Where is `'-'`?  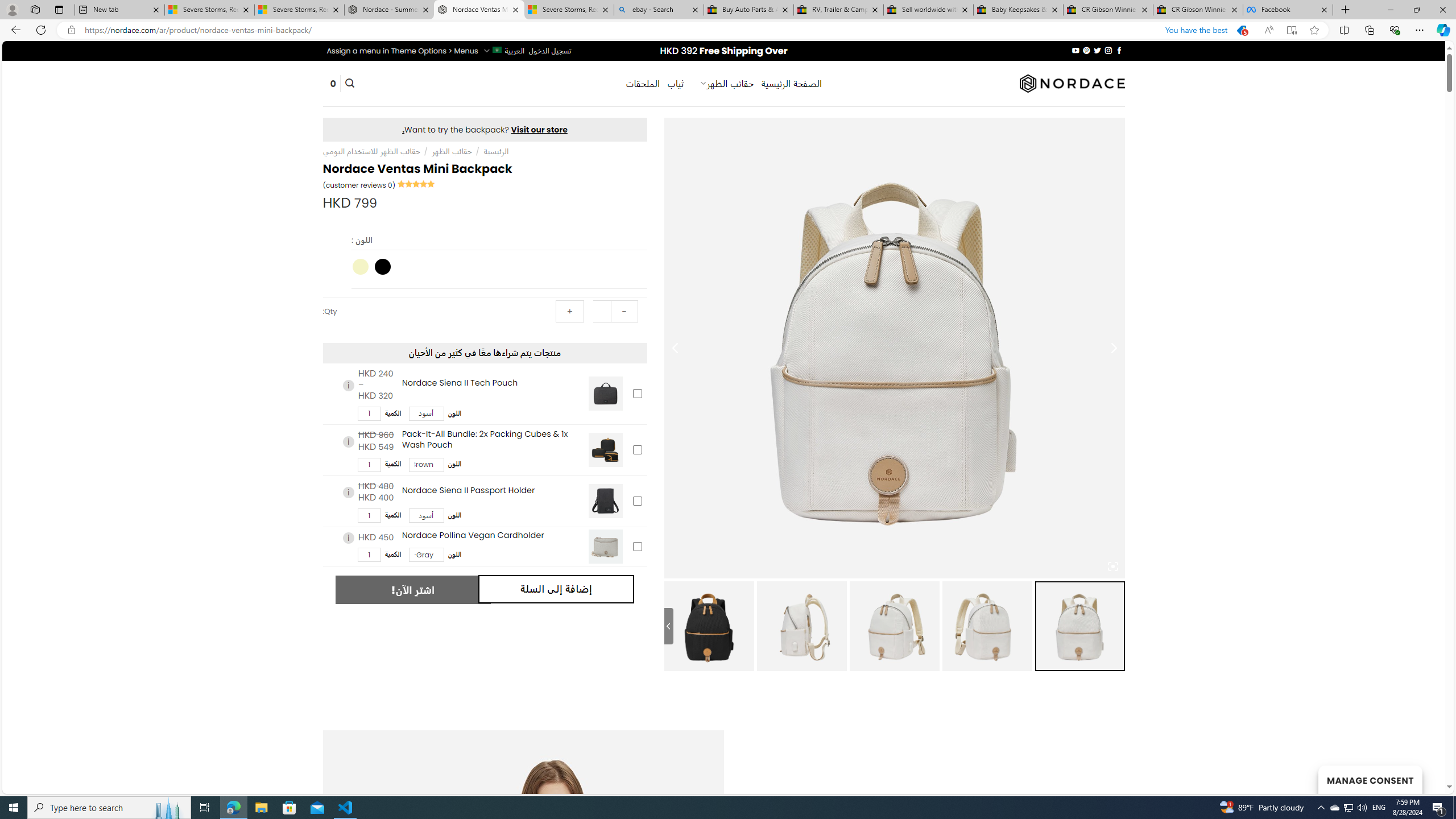
'-' is located at coordinates (623, 311).